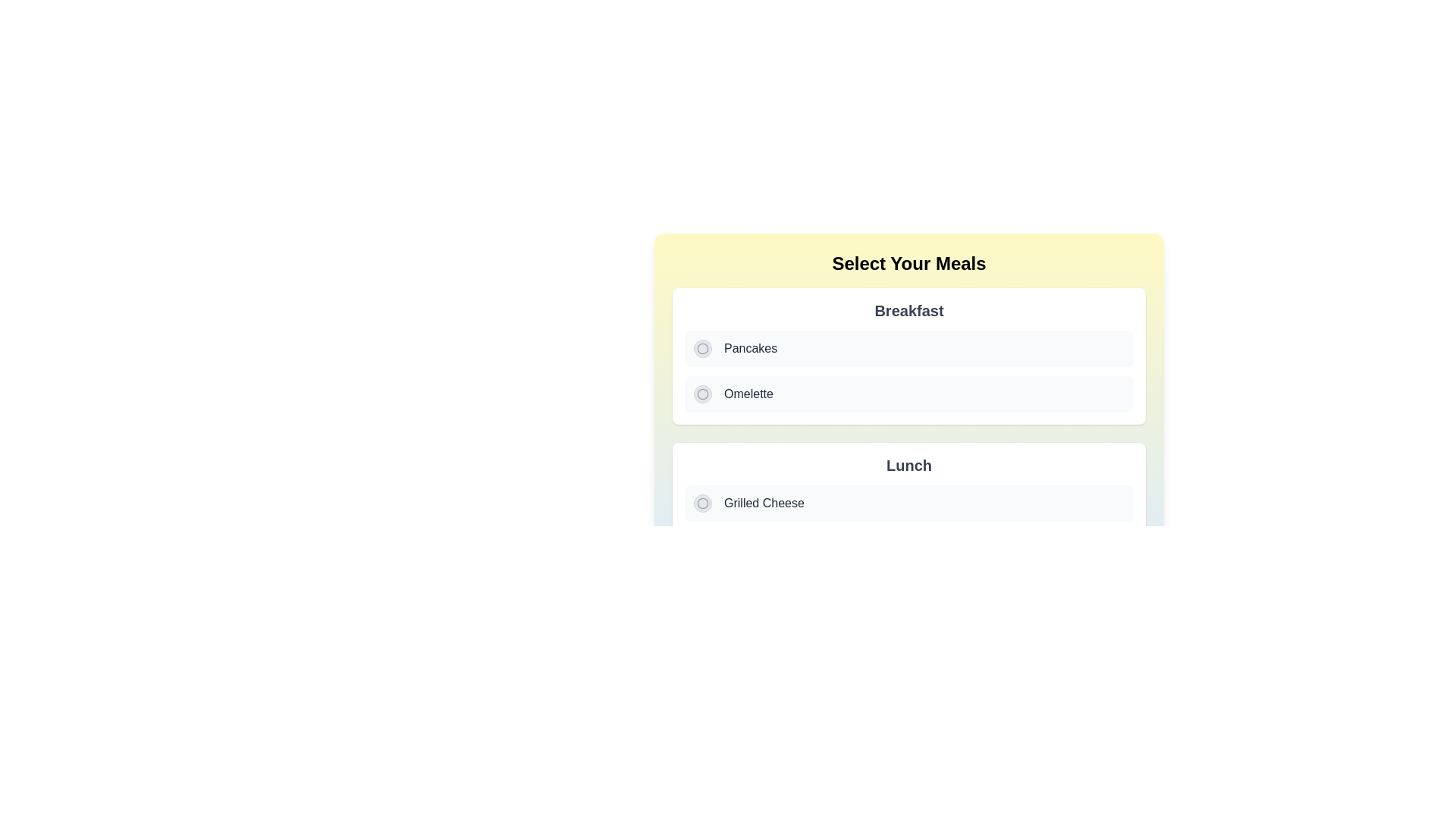 The image size is (1456, 819). Describe the element at coordinates (701, 348) in the screenshot. I see `the 'Pancakes' radio button` at that location.